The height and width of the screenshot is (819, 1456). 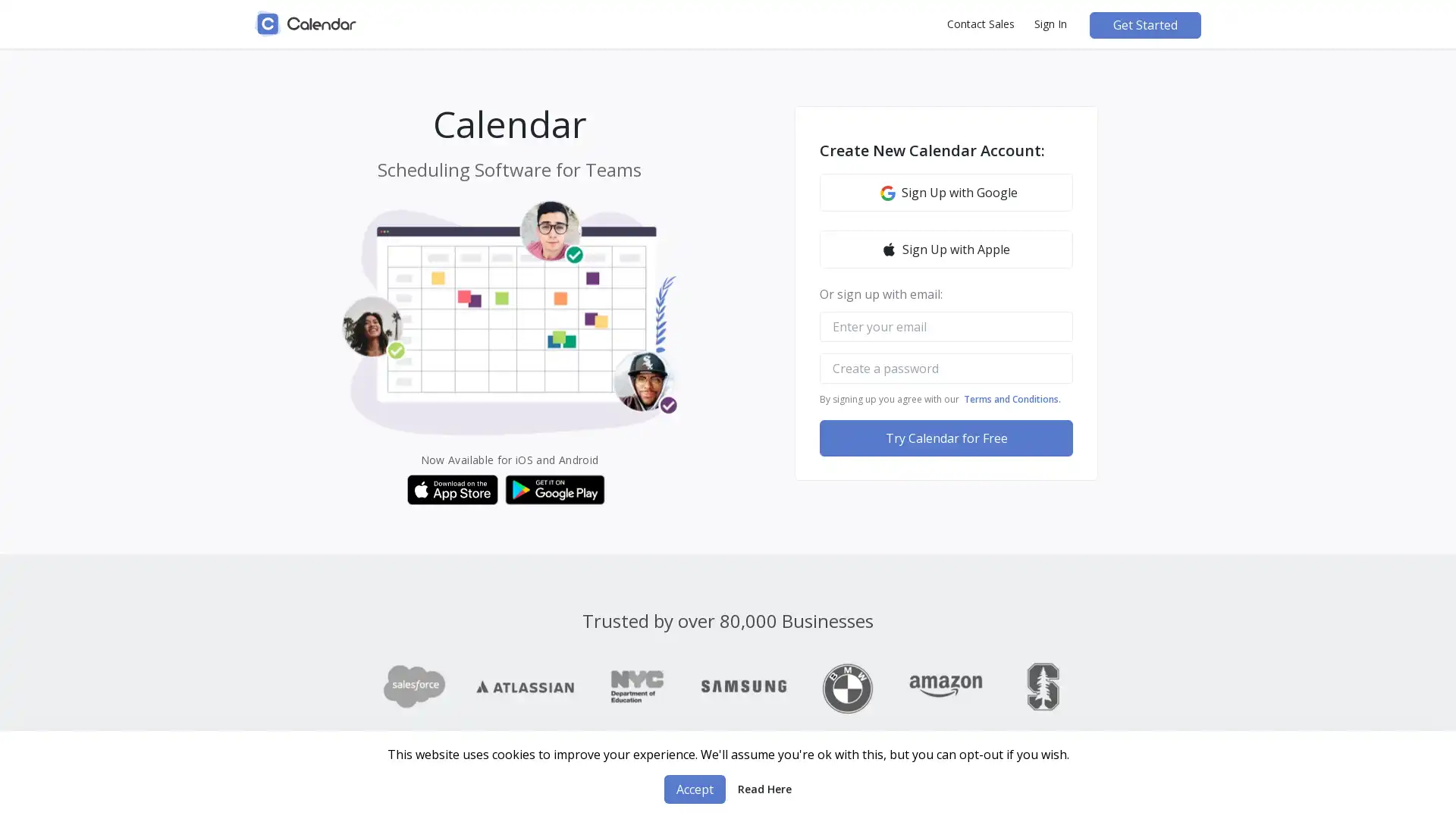 What do you see at coordinates (946, 438) in the screenshot?
I see `Try Calendar for Free` at bounding box center [946, 438].